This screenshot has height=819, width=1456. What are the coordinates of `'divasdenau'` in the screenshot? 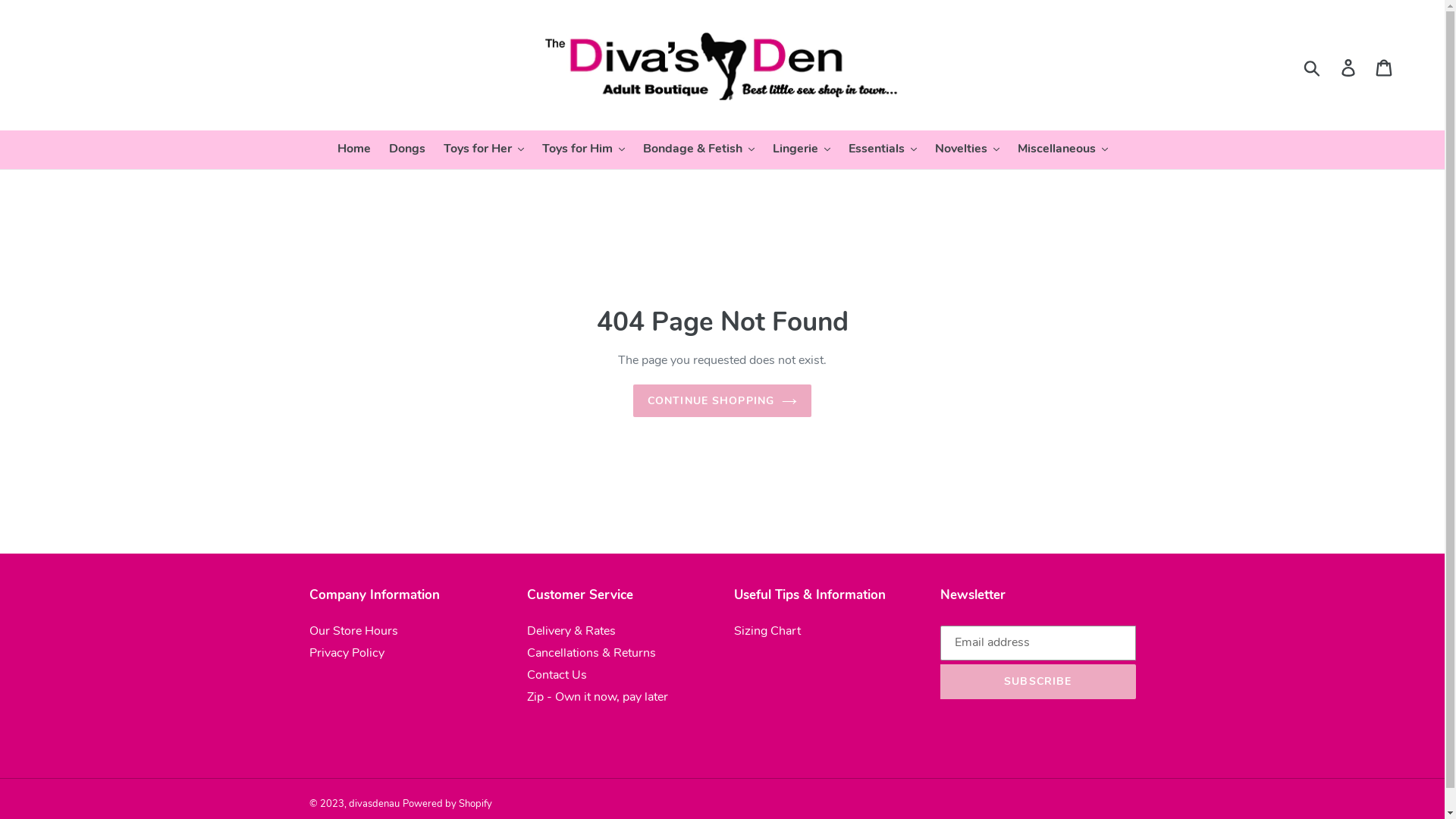 It's located at (374, 803).